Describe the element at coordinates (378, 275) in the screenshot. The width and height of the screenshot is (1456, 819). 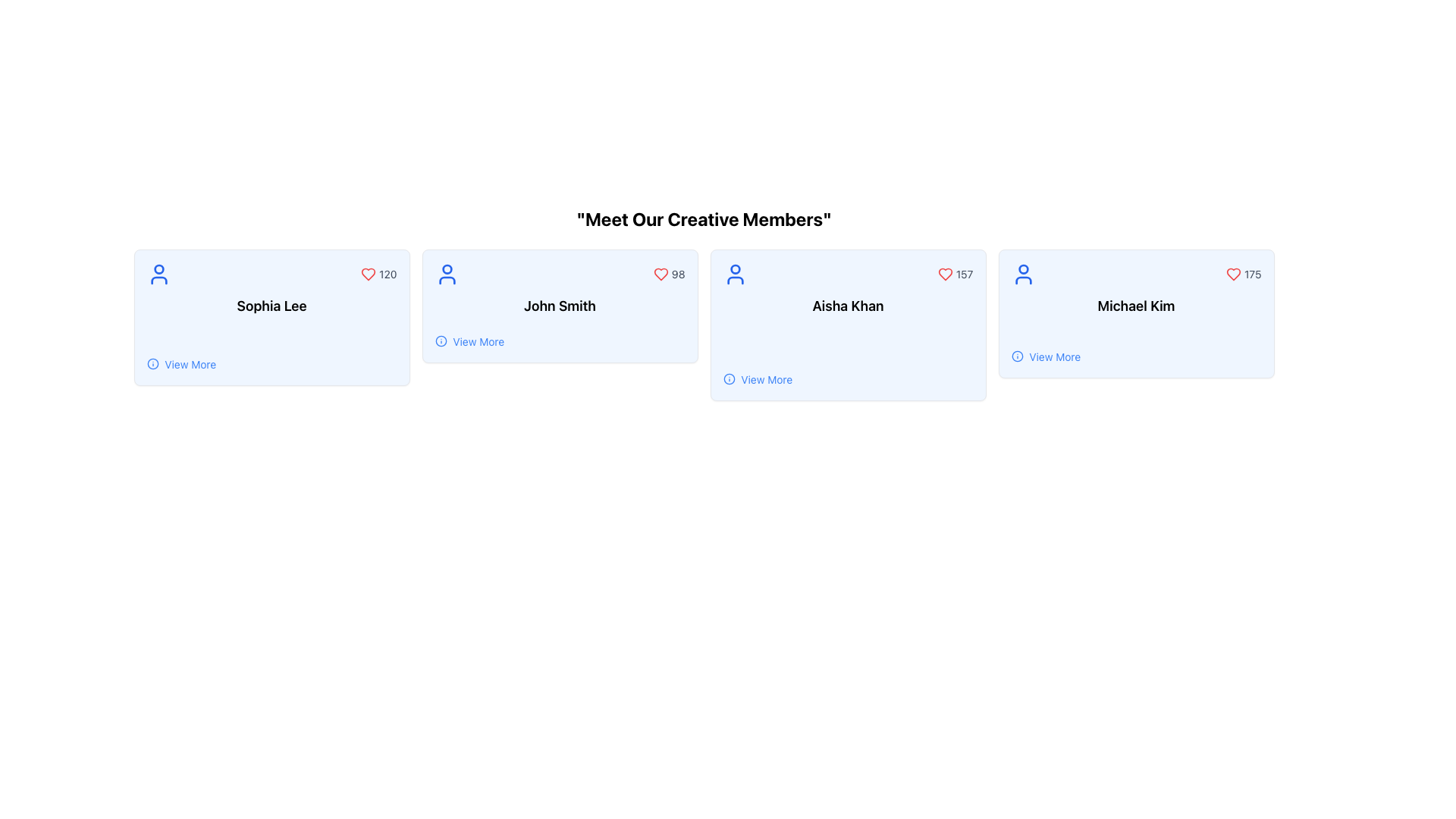
I see `likes count displayed next to the heart icon in the top-right corner of the card for 'Sophia Lee'` at that location.